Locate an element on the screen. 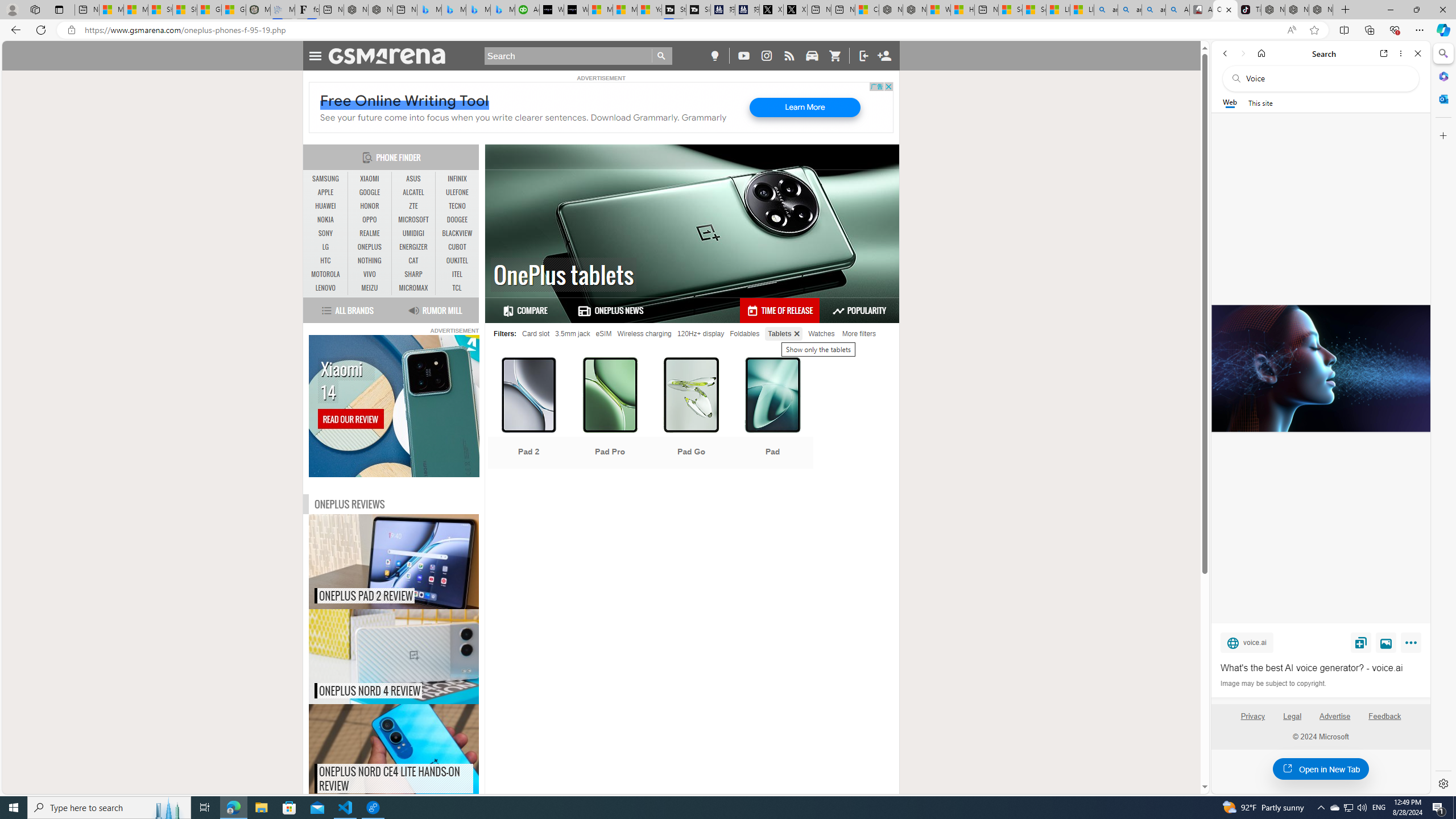 The width and height of the screenshot is (1456, 819). 'GOOGLE' is located at coordinates (369, 192).